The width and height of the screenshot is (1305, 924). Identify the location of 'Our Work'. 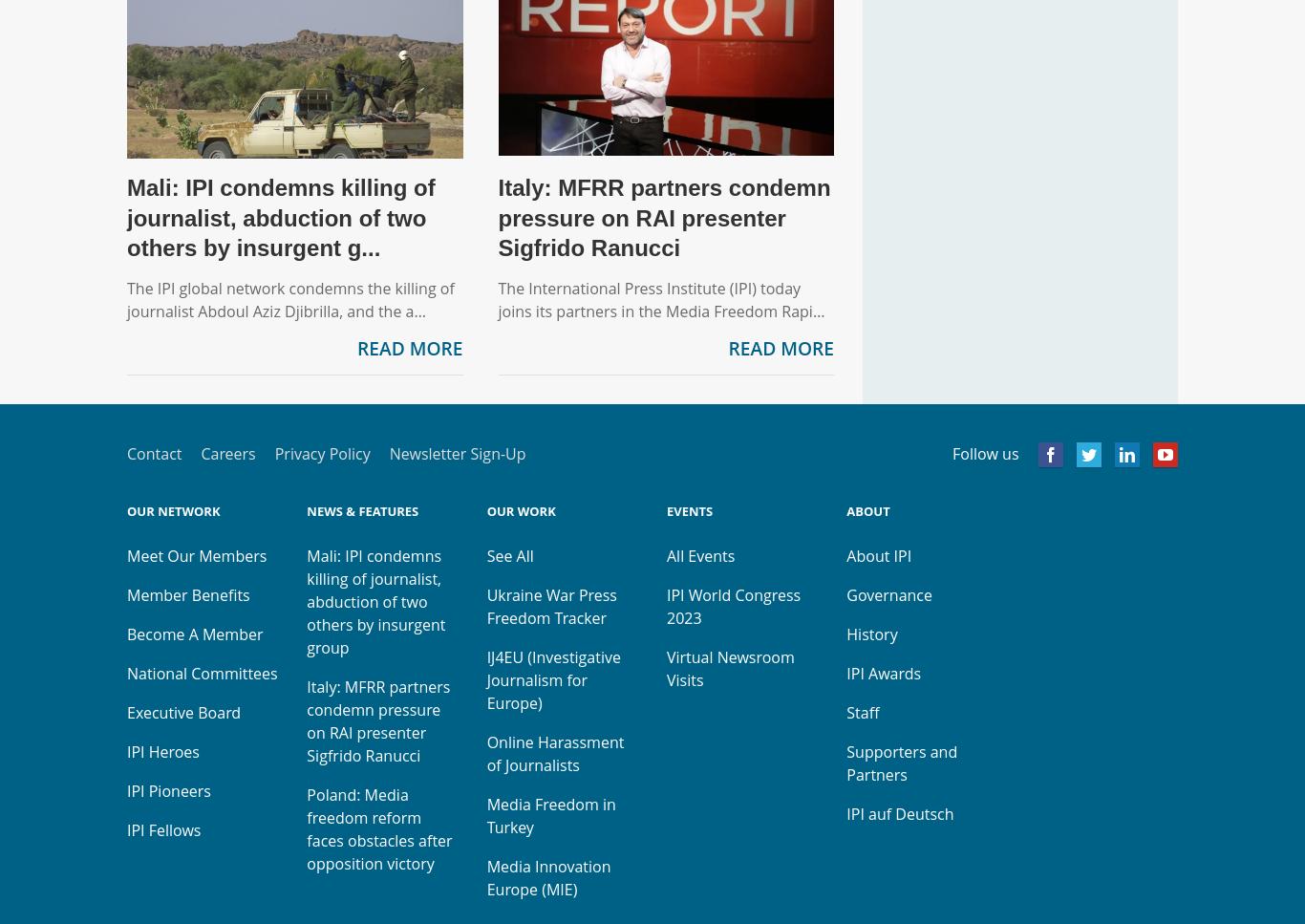
(485, 511).